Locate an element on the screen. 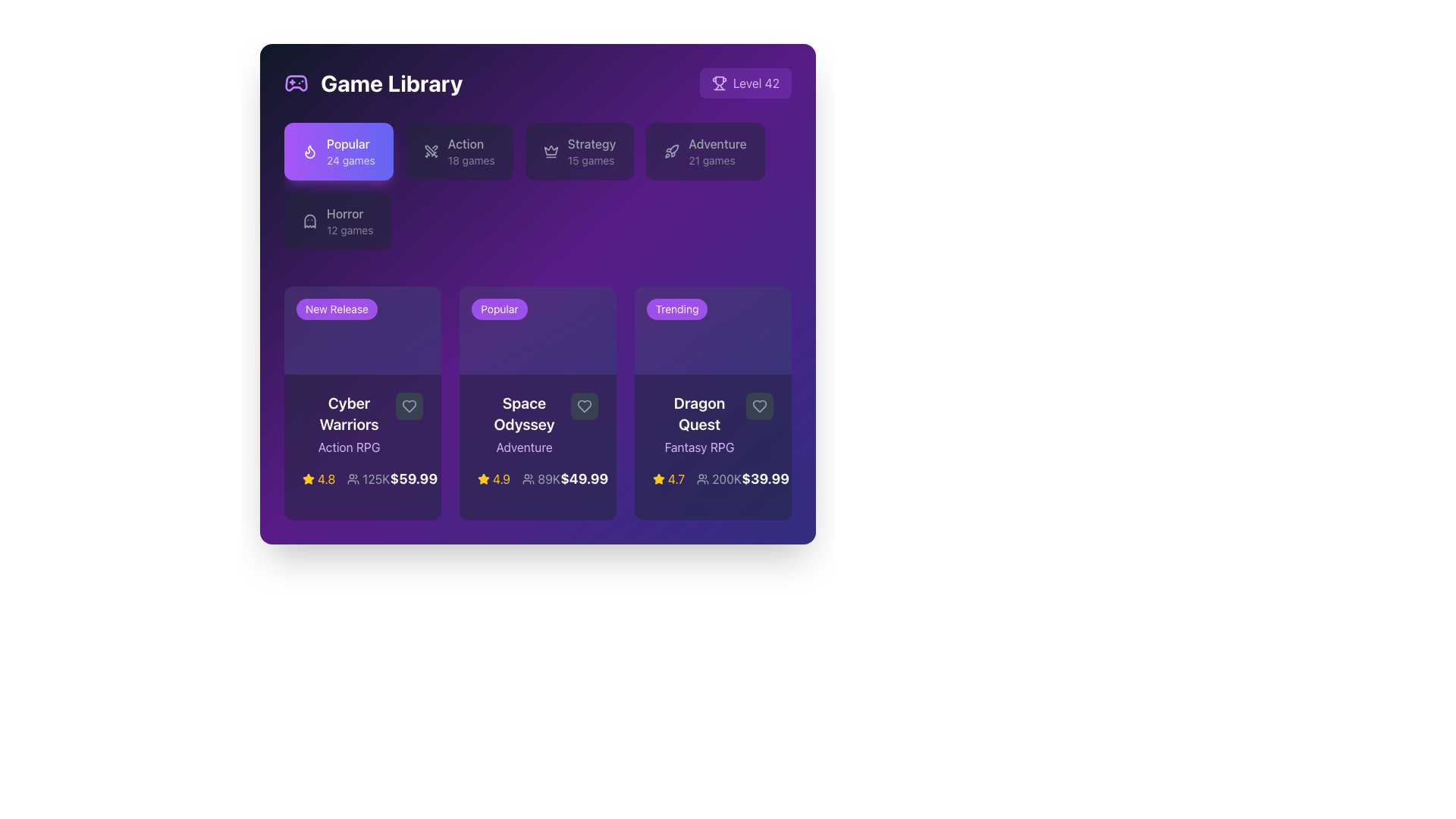 The width and height of the screenshot is (1456, 819). text content of the label displaying 'Adventure' in light purple, located underneath the header 'Space Odyssey' in the middle card of a three-card display section is located at coordinates (524, 447).